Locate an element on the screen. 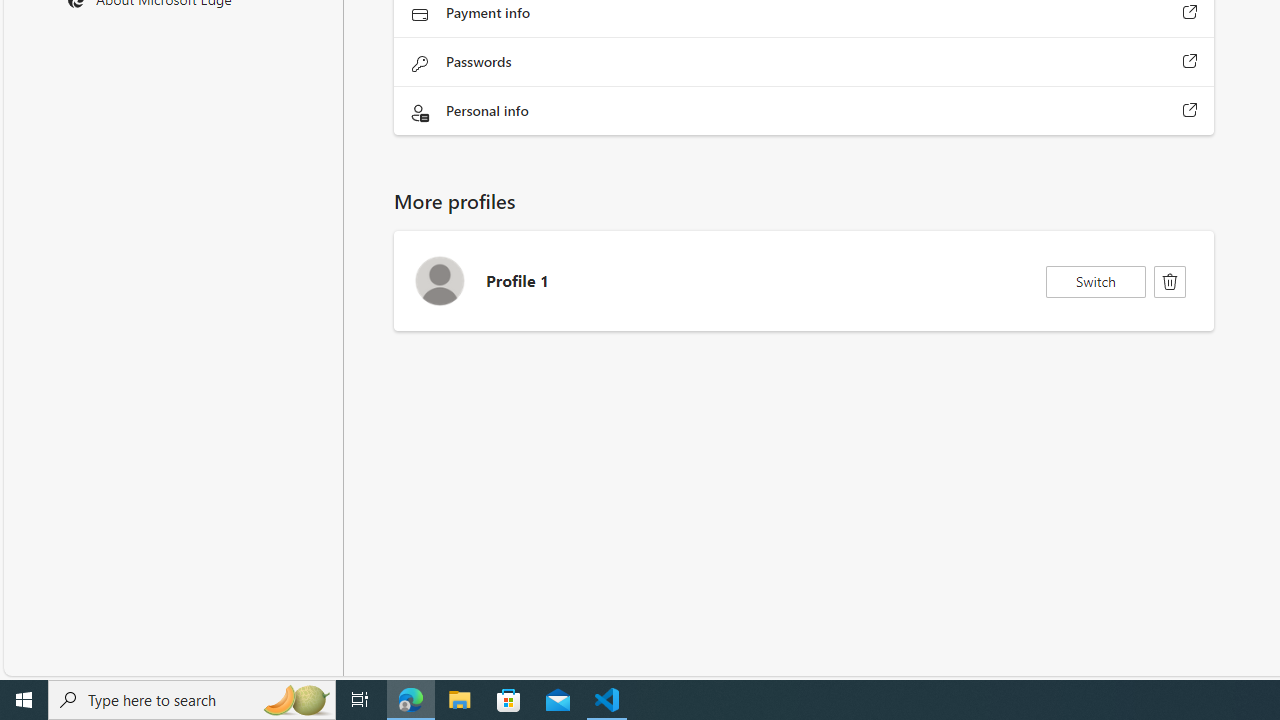 The width and height of the screenshot is (1280, 720). 'Delete' is located at coordinates (1170, 281).